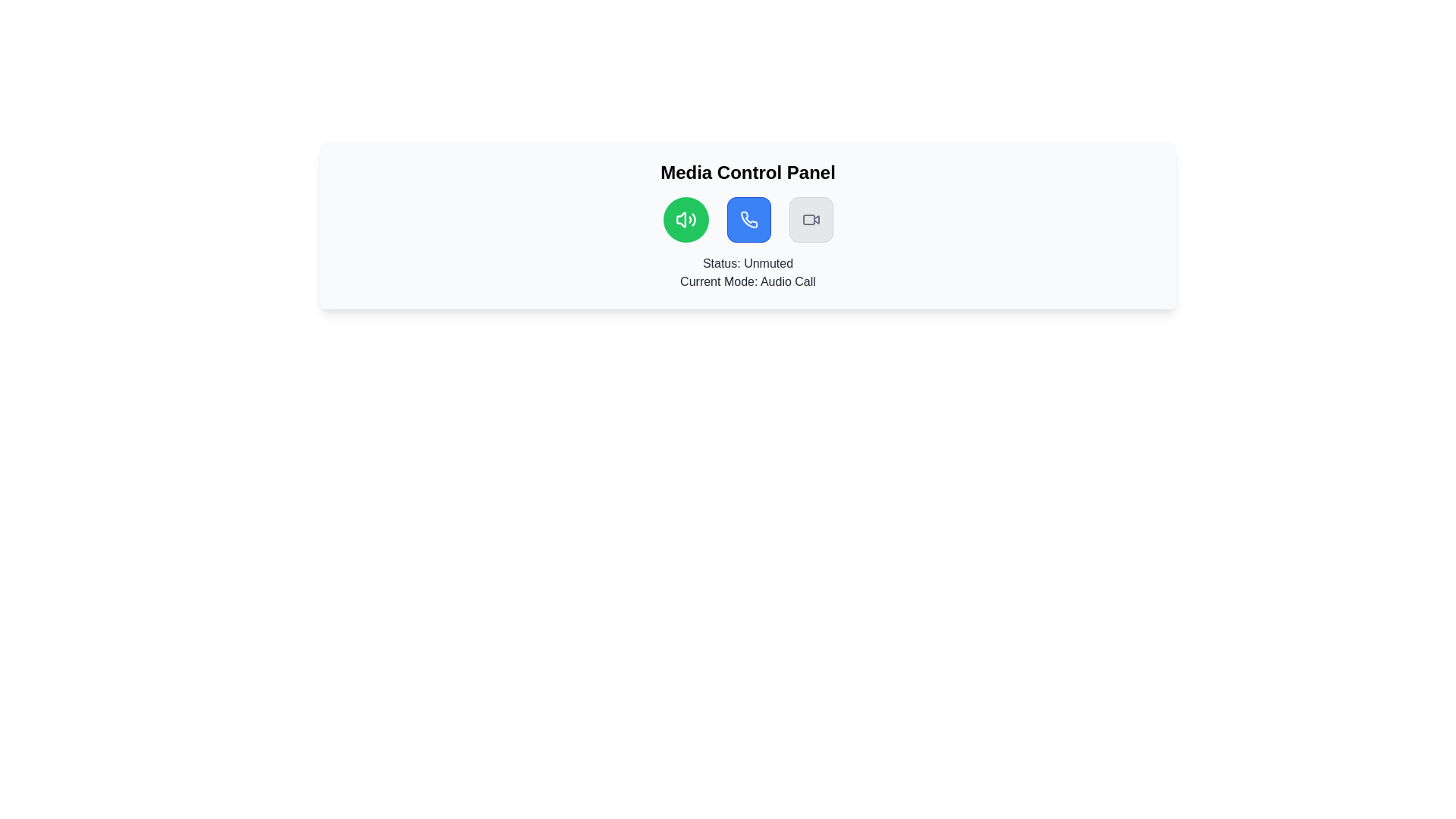 The height and width of the screenshot is (819, 1456). I want to click on the embedded visual component within the rightmost icon of the media control panel, so click(808, 219).